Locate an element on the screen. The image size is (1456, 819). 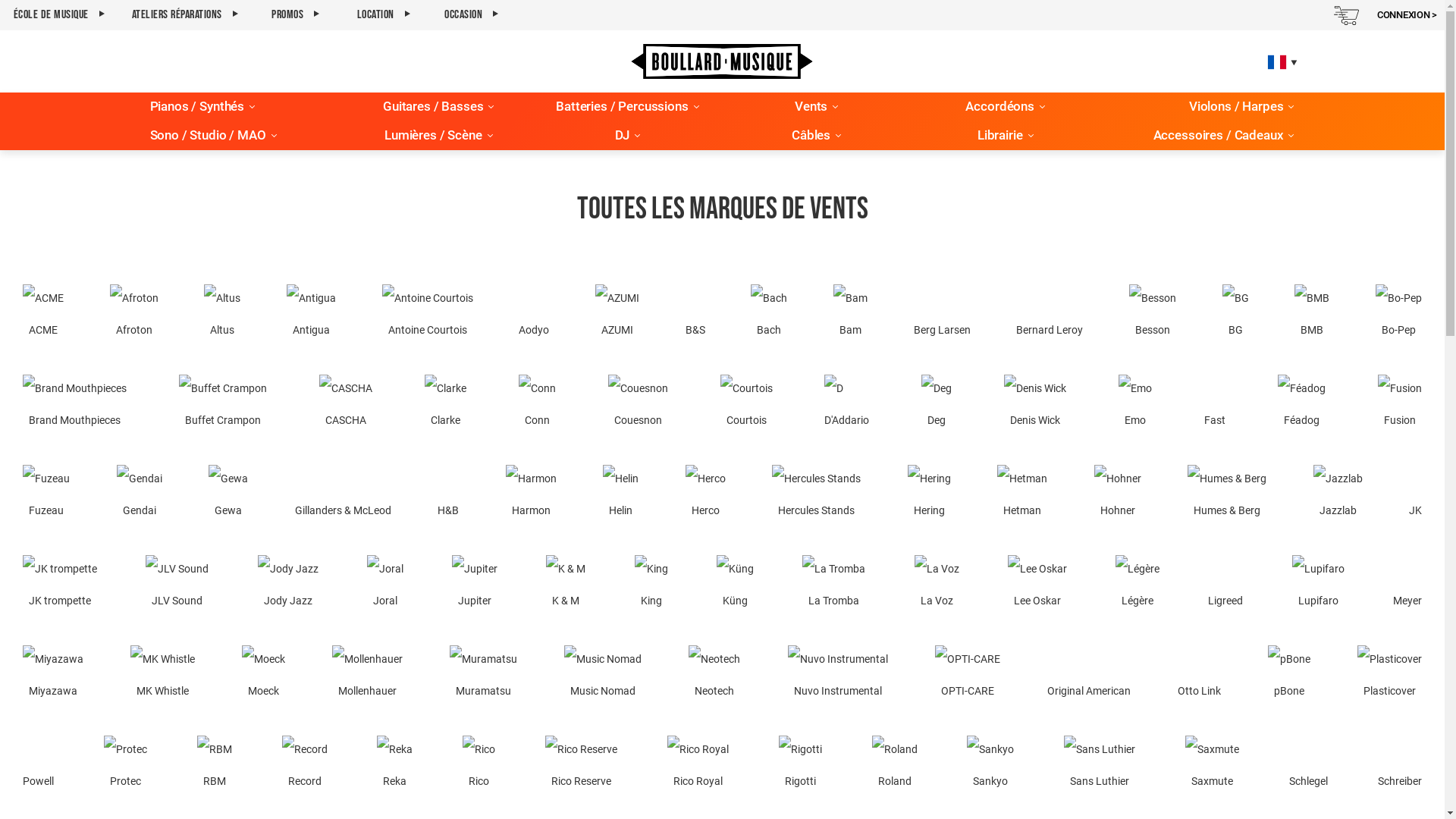
'Hercules Stands' is located at coordinates (815, 494).